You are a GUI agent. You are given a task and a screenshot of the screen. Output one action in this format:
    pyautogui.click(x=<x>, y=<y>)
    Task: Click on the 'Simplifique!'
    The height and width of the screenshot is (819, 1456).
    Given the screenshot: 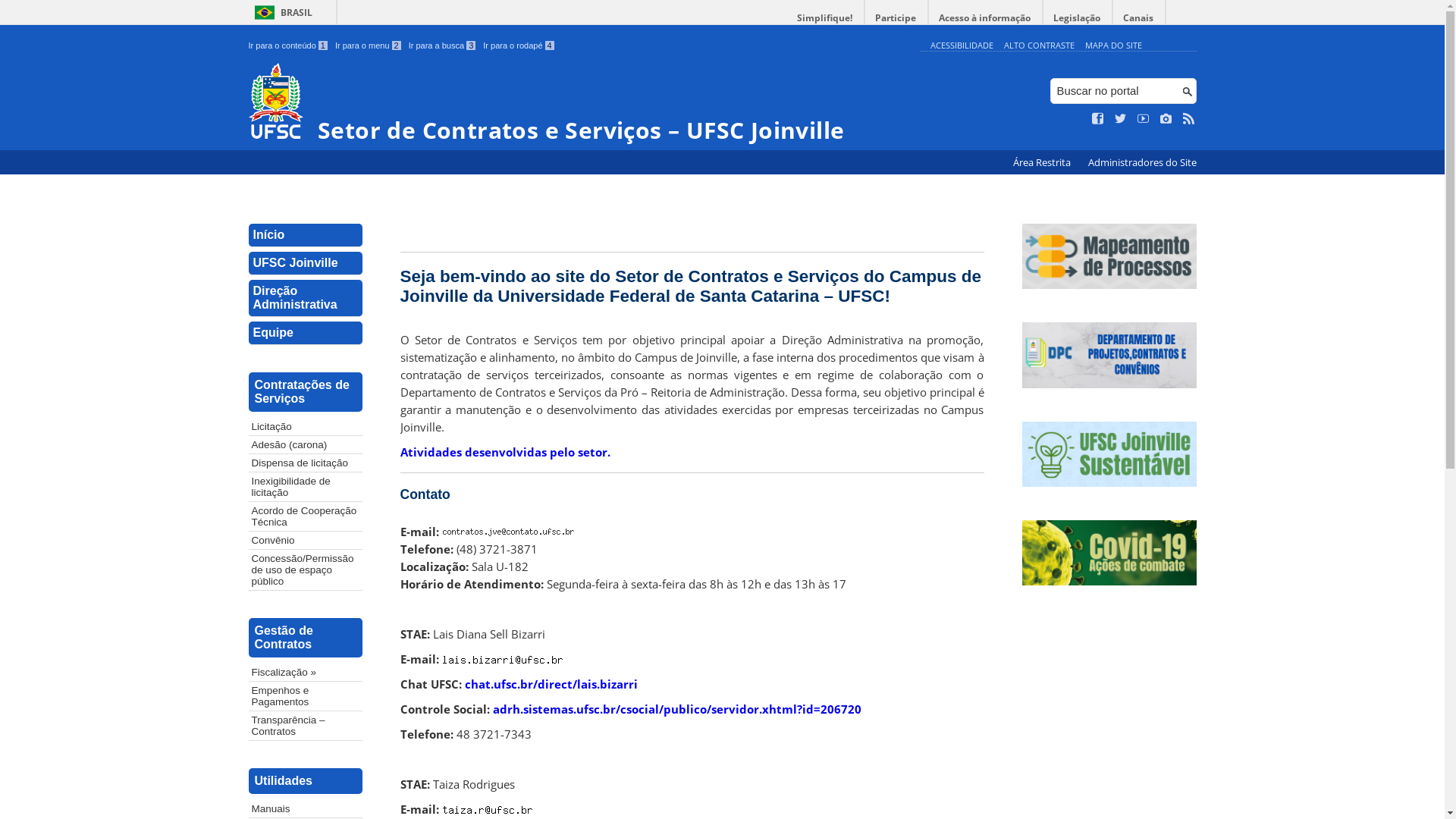 What is the action you would take?
    pyautogui.click(x=824, y=17)
    